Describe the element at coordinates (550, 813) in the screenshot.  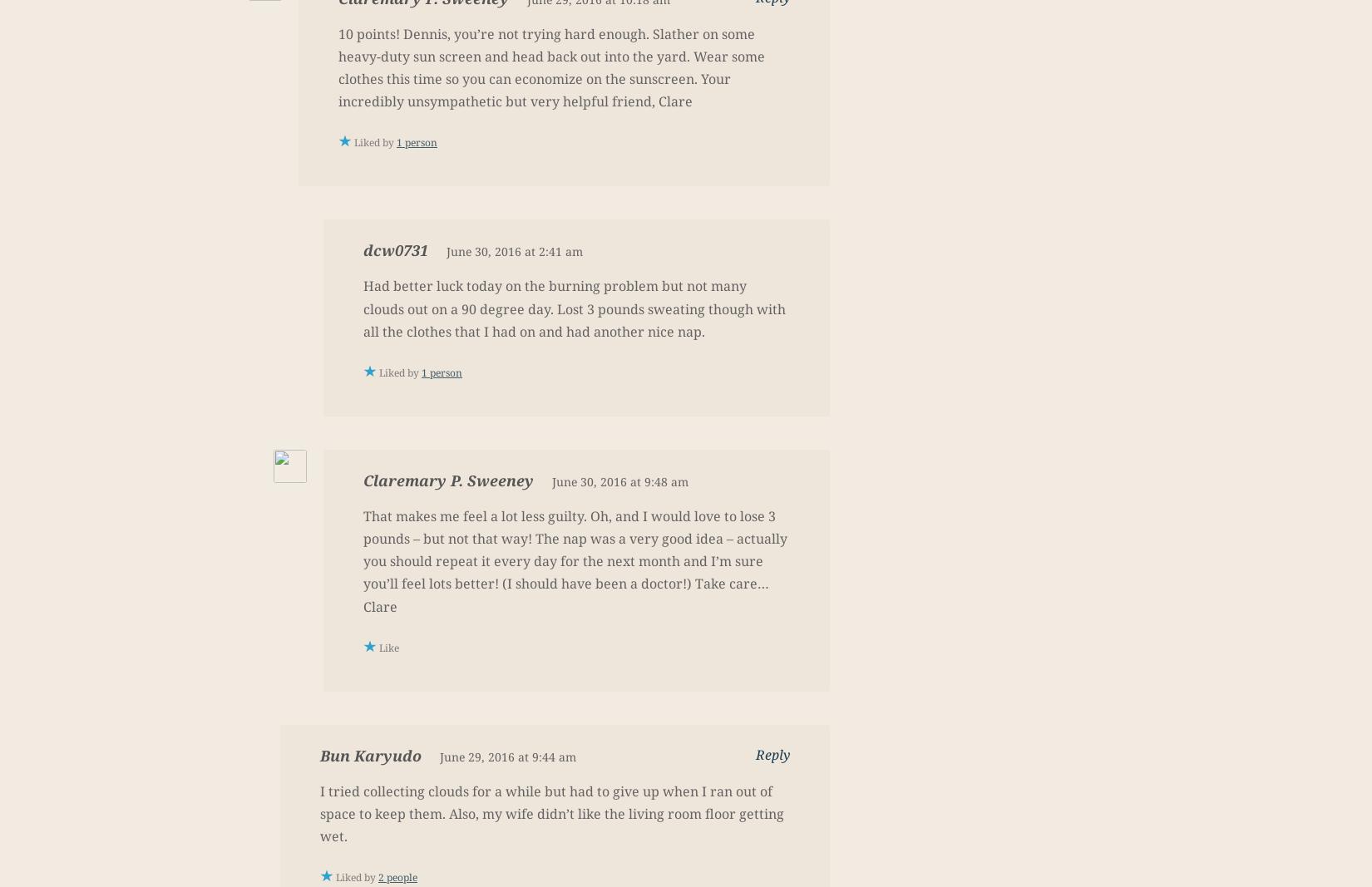
I see `'I tried collecting clouds for a while but had to give up when I ran out of space to keep them. Also, my wife didn’t like the living room floor getting wet.'` at that location.